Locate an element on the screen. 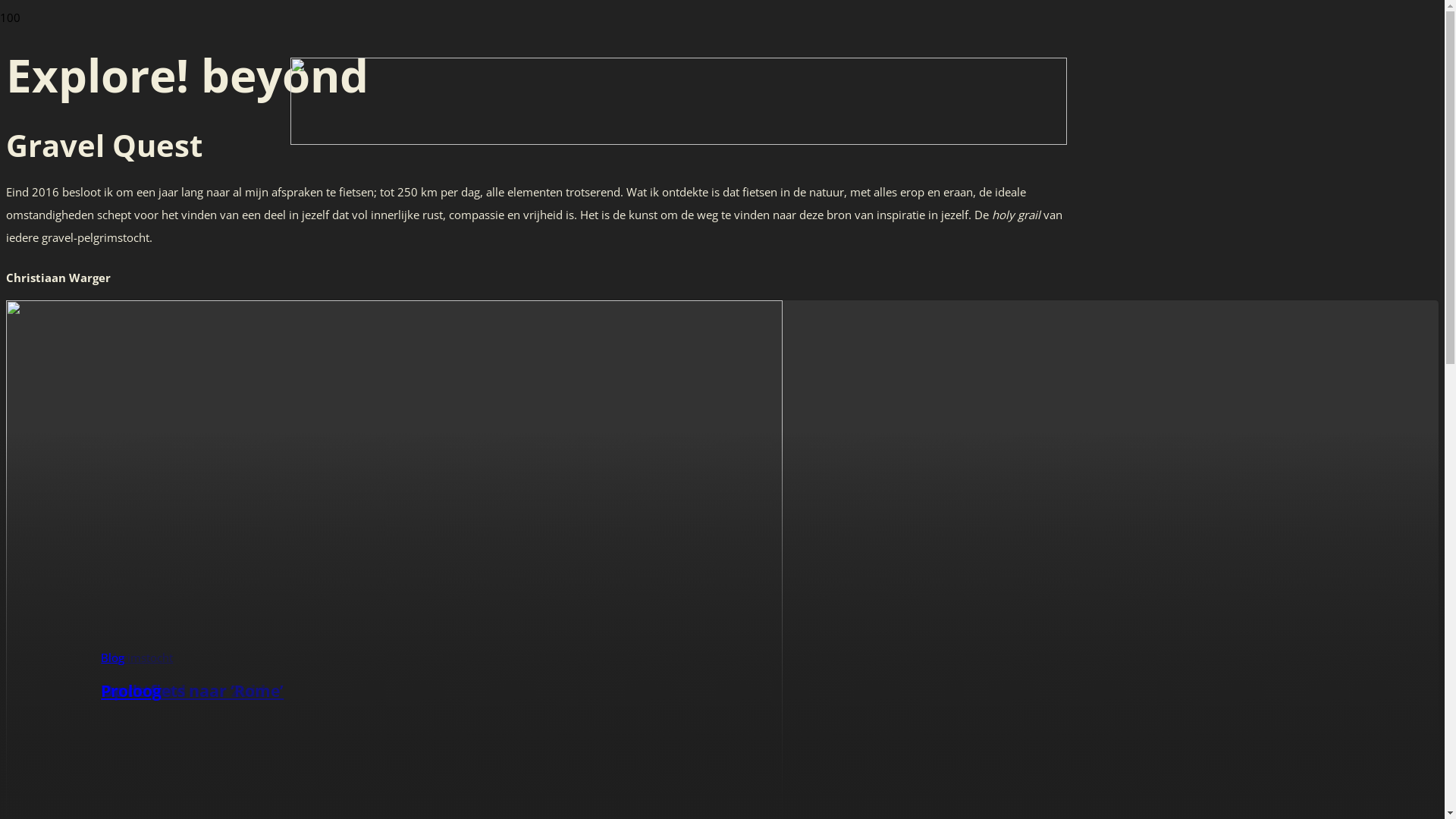 This screenshot has width=1456, height=819. 'Proloog' is located at coordinates (100, 690).